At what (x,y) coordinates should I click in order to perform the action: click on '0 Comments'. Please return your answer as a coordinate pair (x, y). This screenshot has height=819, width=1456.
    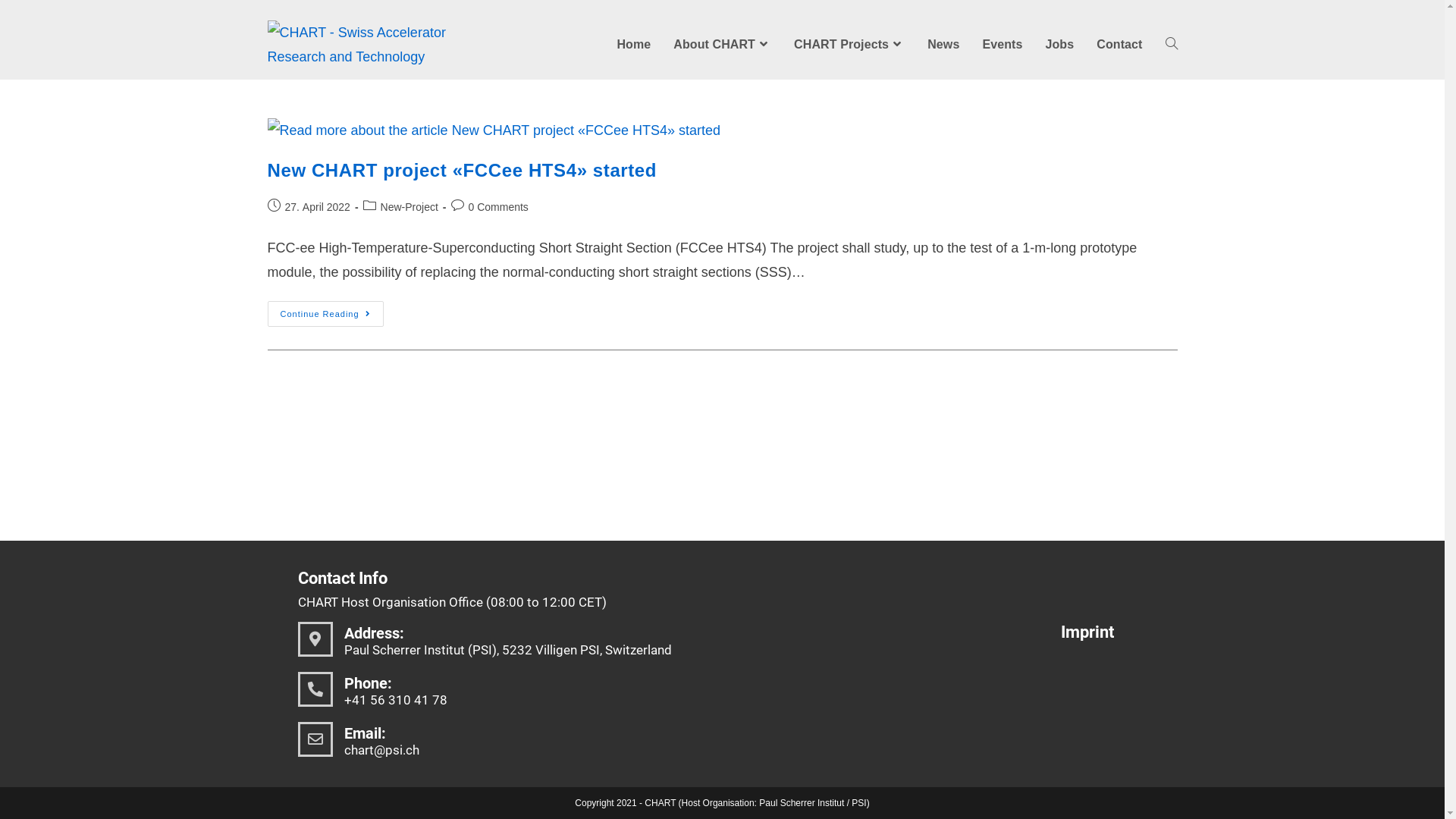
    Looking at the image, I should click on (498, 207).